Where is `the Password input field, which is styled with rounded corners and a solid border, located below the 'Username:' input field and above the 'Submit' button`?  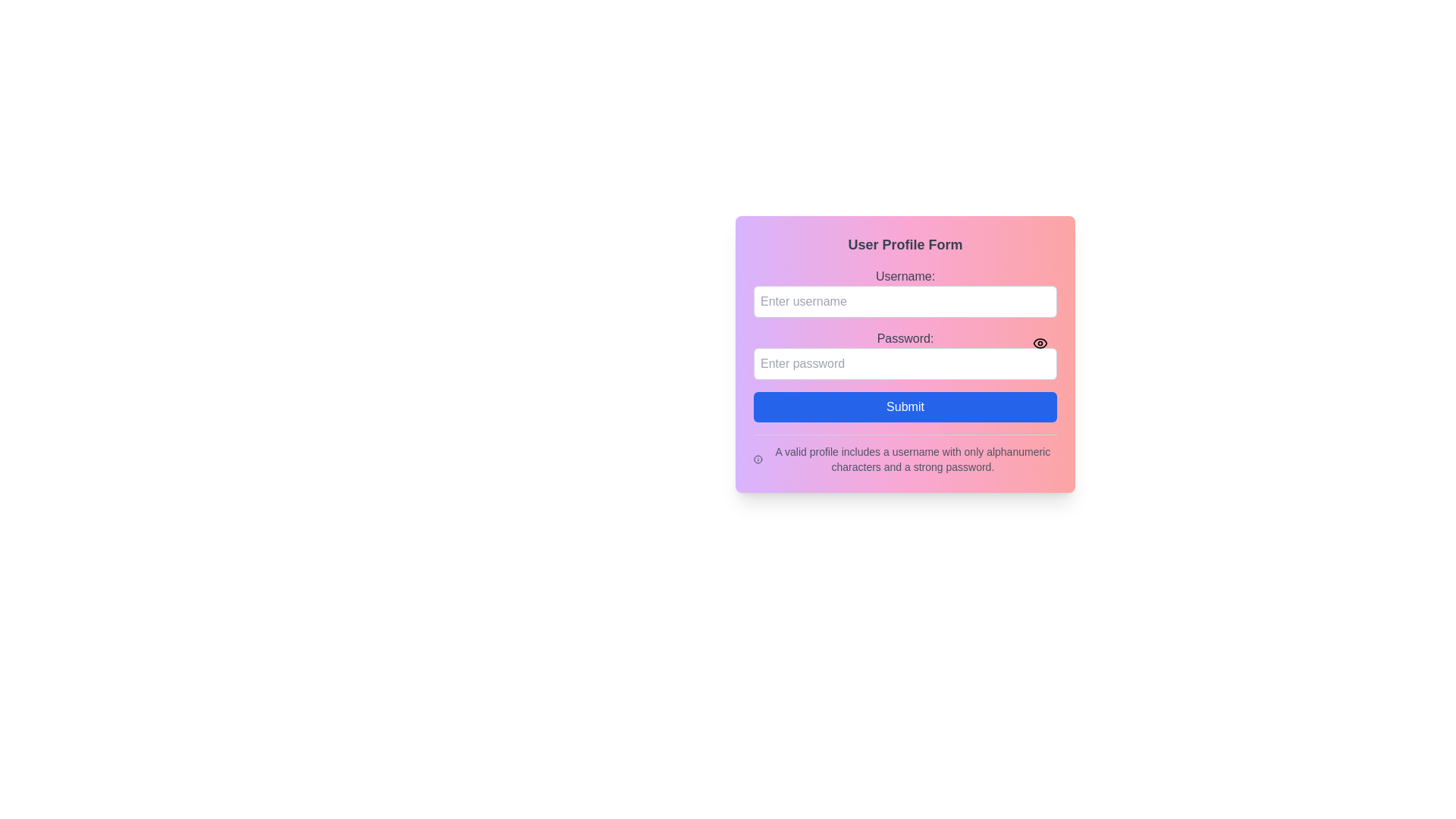
the Password input field, which is styled with rounded corners and a solid border, located below the 'Username:' input field and above the 'Submit' button is located at coordinates (905, 354).